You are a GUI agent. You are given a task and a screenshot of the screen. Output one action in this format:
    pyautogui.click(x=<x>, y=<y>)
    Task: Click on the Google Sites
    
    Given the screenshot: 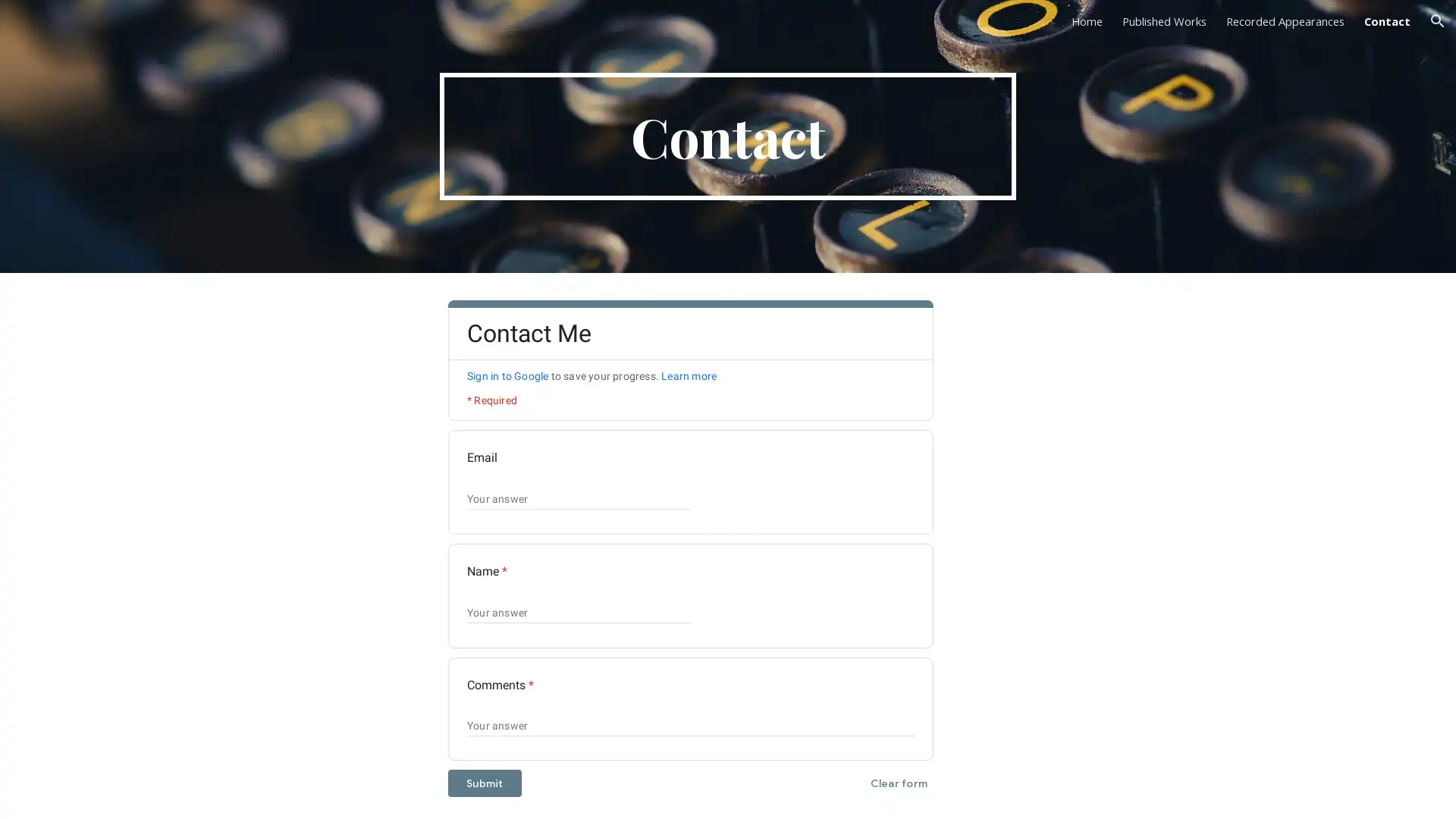 What is the action you would take?
    pyautogui.click(x=73, y=792)
    